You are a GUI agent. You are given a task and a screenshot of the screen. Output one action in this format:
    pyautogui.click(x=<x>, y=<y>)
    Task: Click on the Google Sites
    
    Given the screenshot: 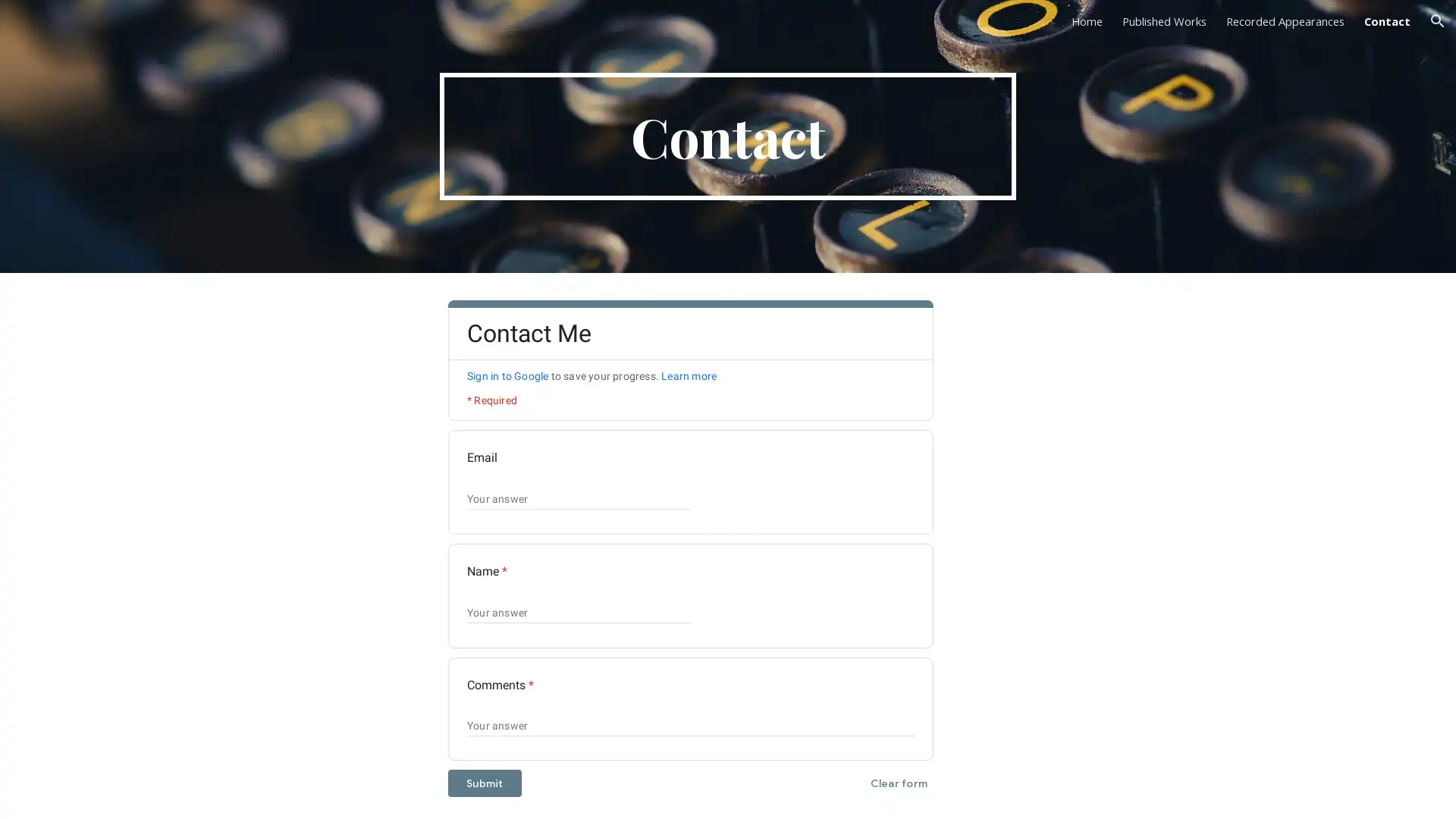 What is the action you would take?
    pyautogui.click(x=73, y=792)
    